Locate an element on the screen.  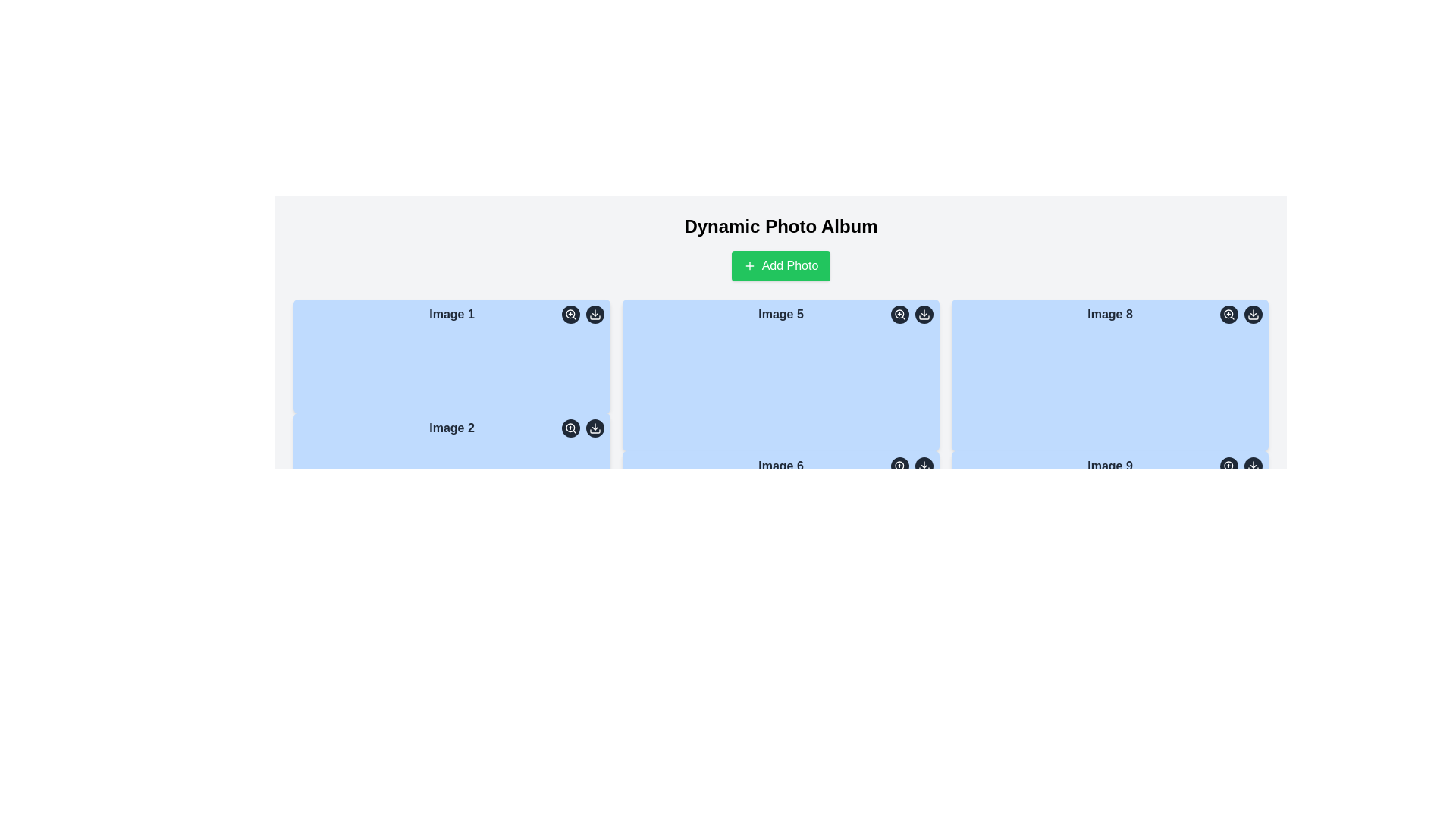
the downward-pointing arrow icon button located at the bottom-right corner of the tile representing 'Image 9' to initiate a download is located at coordinates (1253, 465).